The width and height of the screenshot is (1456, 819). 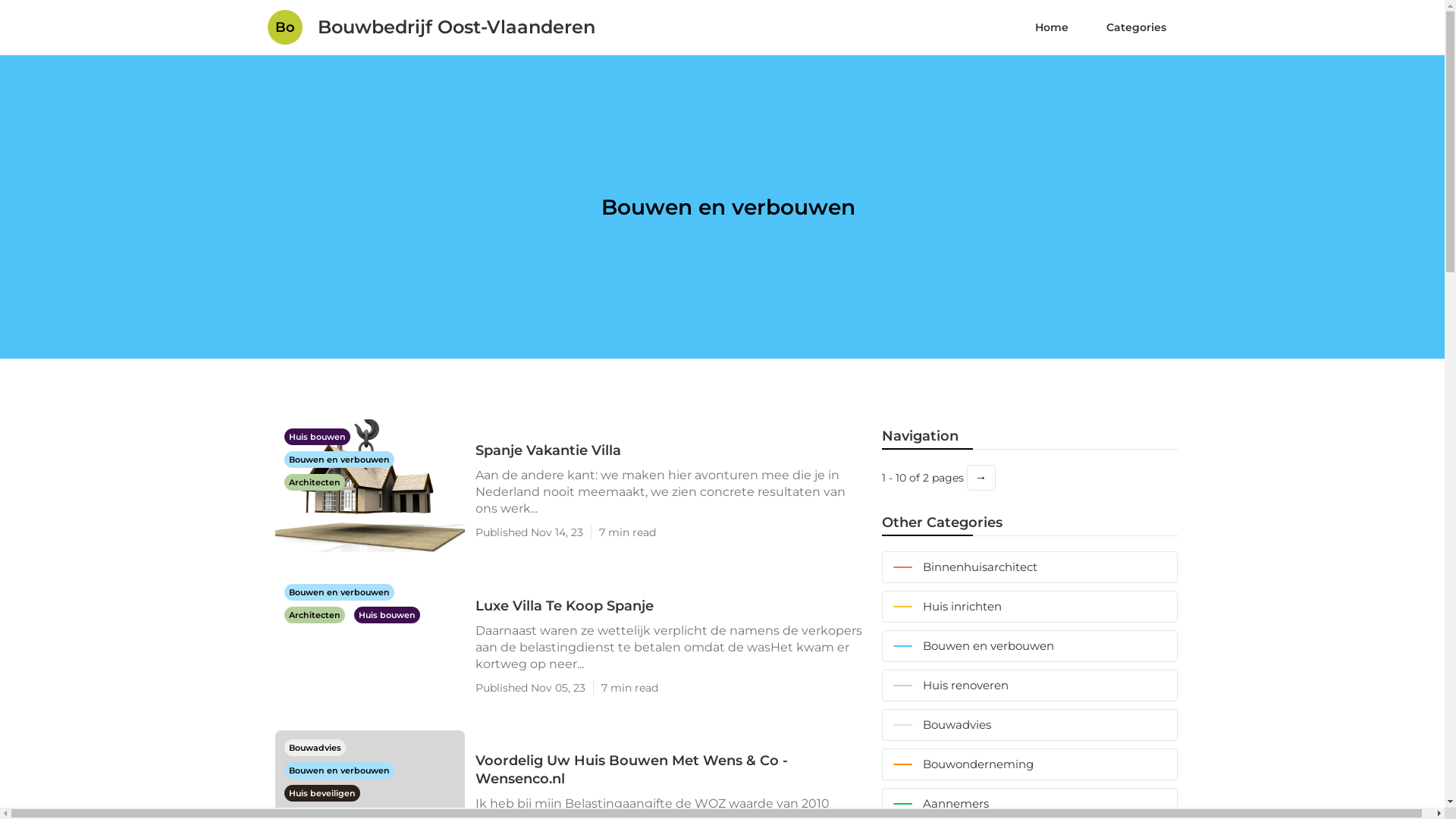 I want to click on 'Spanje Vakantie Villa', so click(x=669, y=450).